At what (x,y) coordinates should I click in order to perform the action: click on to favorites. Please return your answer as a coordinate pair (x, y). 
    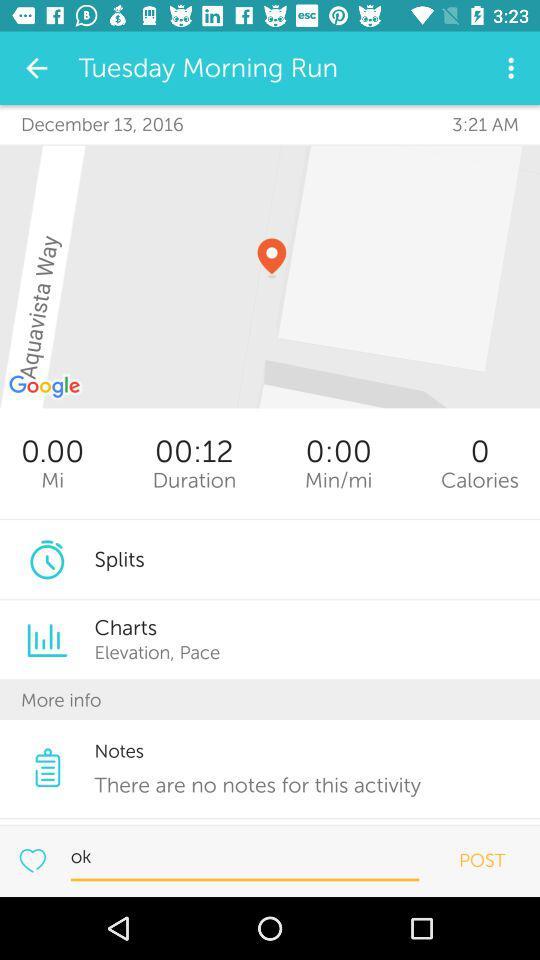
    Looking at the image, I should click on (31, 859).